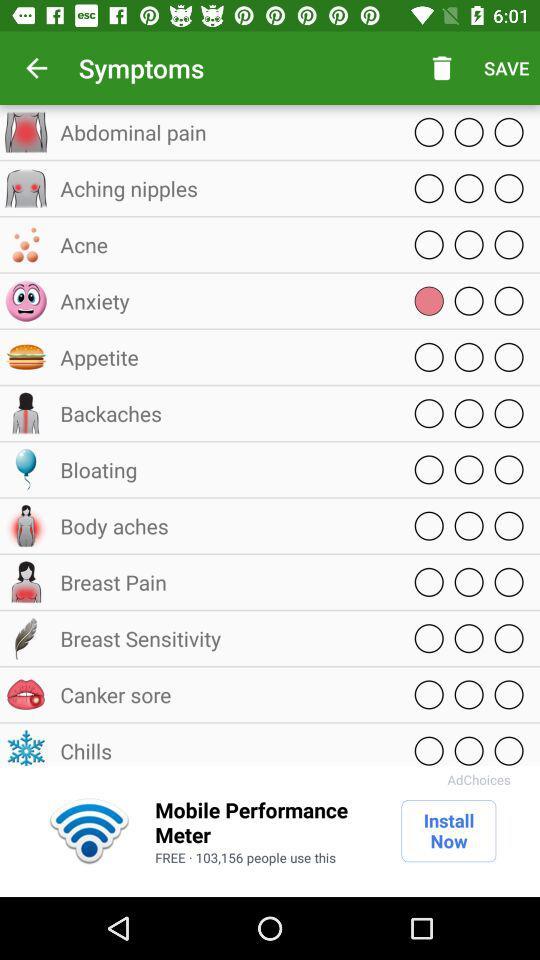 This screenshot has height=960, width=540. Describe the element at coordinates (36, 68) in the screenshot. I see `the icon to the left of the symptoms` at that location.